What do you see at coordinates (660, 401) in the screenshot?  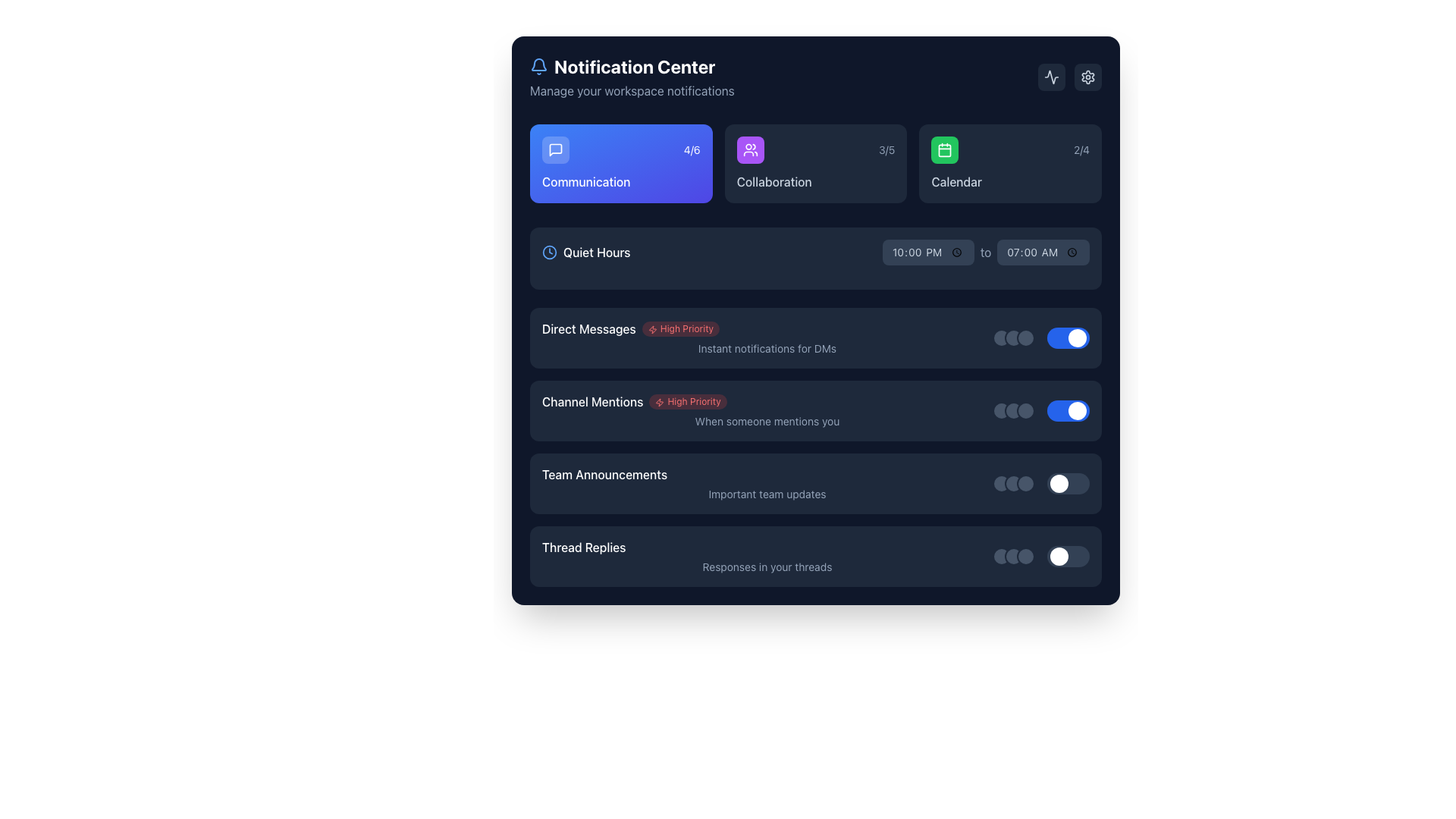 I see `the visual cue provided by the high priority SVG graphic icon located within the 'High Priority' label, positioned on the left side adjacent to 'Direct Messages' or 'Channel Mentions'` at bounding box center [660, 401].